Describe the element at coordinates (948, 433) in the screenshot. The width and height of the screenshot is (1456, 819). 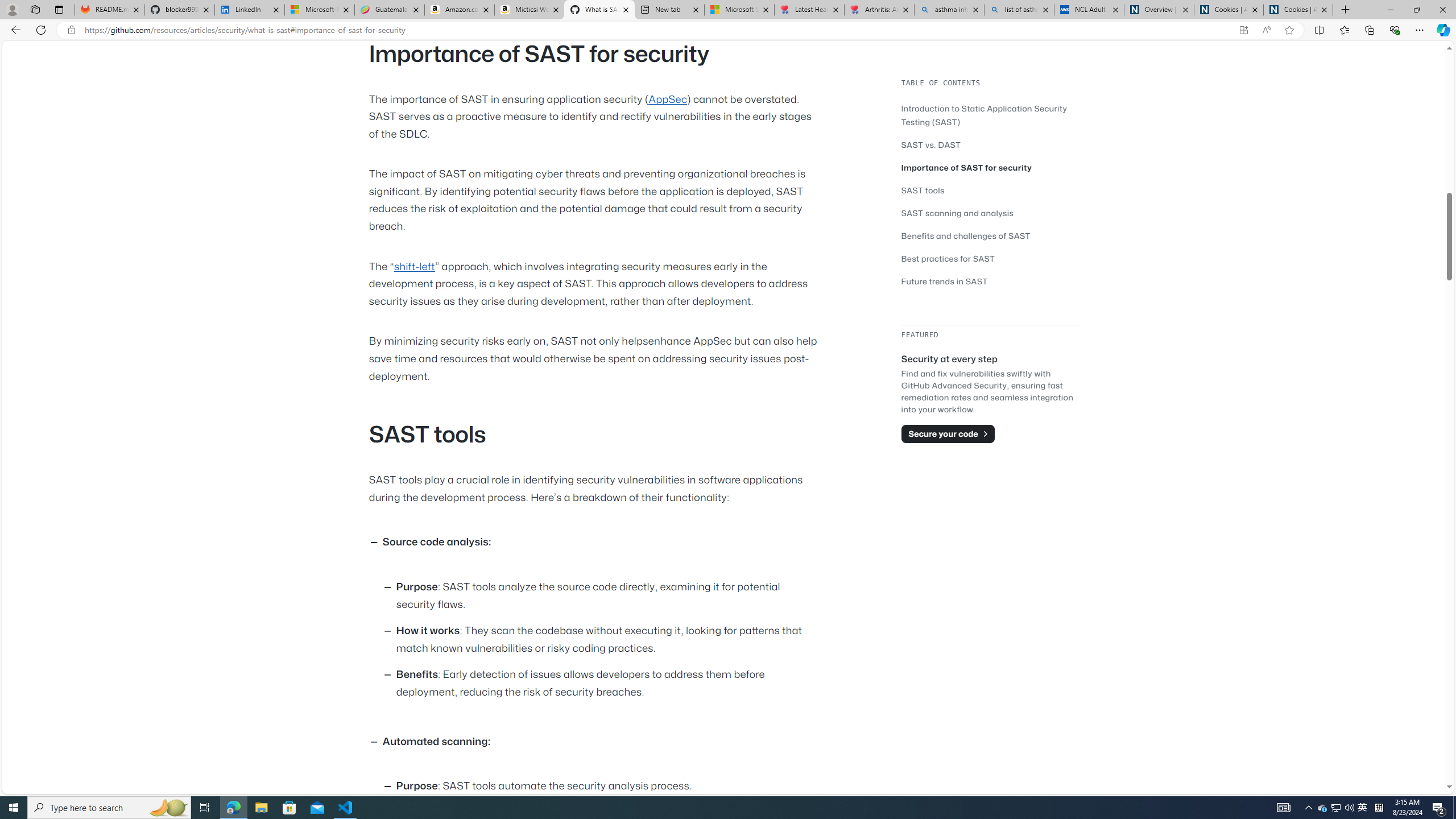
I see `'Secure your code'` at that location.